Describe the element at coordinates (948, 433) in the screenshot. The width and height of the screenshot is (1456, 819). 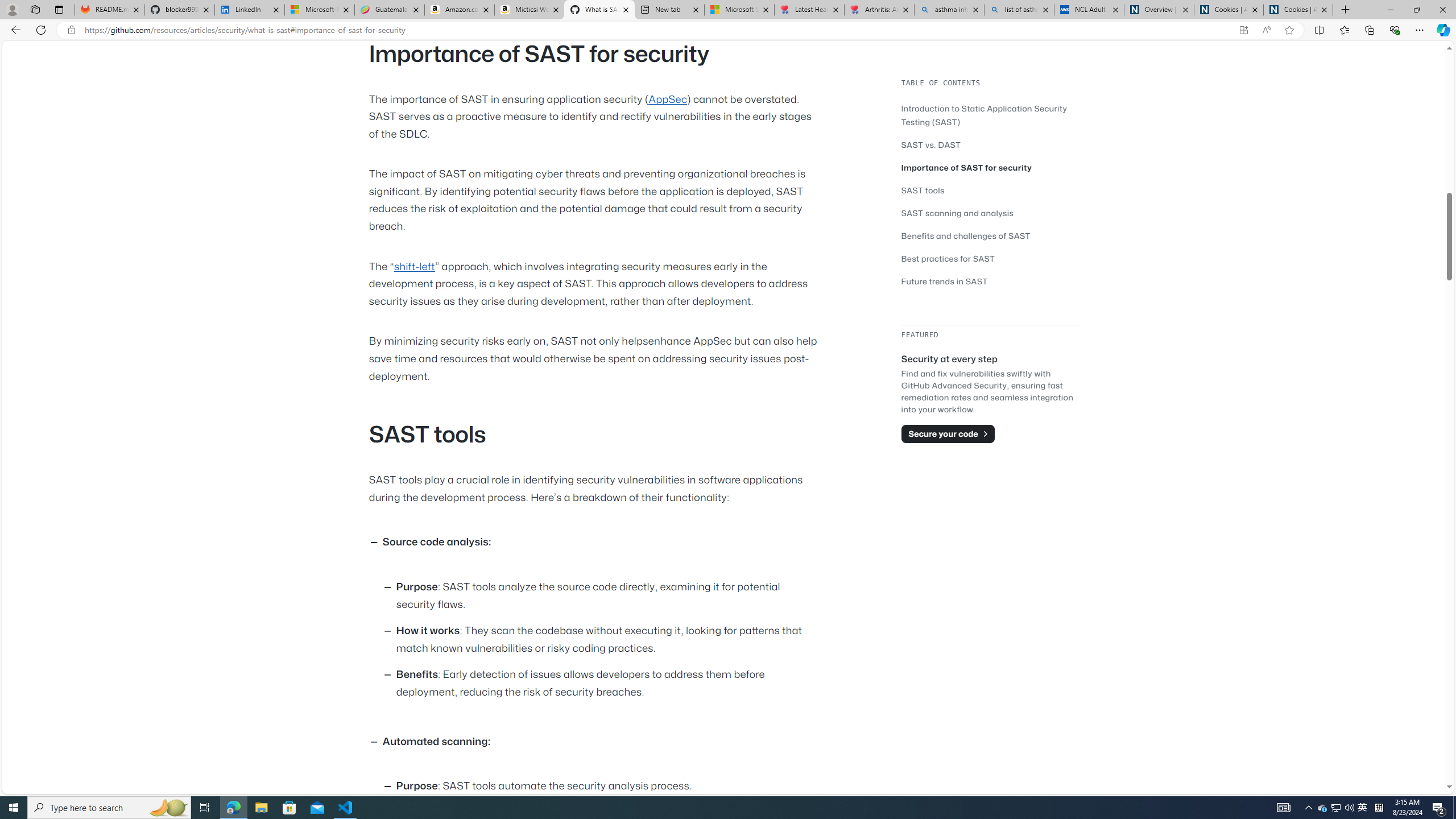
I see `'Secure your code'` at that location.